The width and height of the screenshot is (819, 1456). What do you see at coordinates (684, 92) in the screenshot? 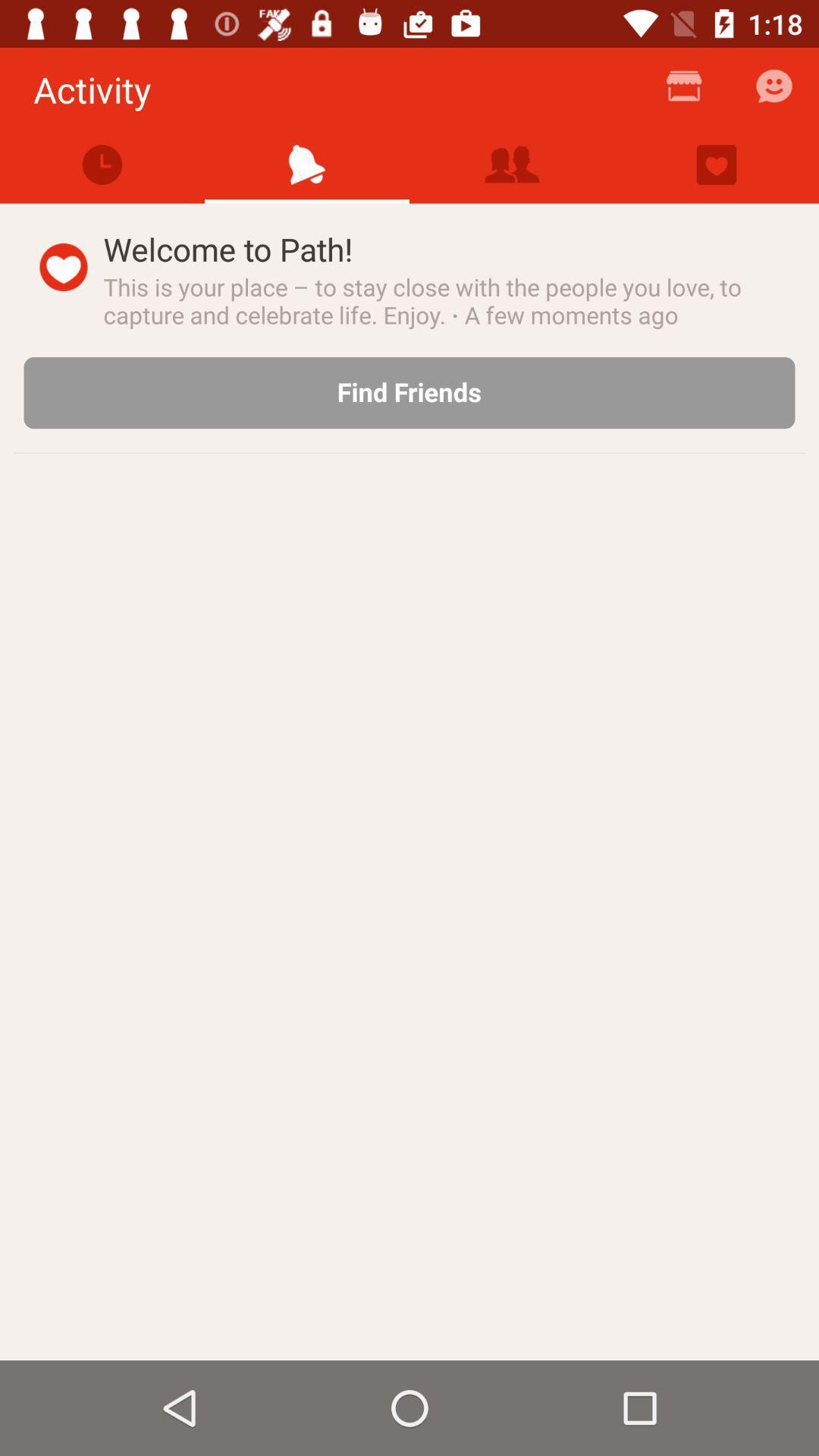
I see `the item to the right of the activity` at bounding box center [684, 92].